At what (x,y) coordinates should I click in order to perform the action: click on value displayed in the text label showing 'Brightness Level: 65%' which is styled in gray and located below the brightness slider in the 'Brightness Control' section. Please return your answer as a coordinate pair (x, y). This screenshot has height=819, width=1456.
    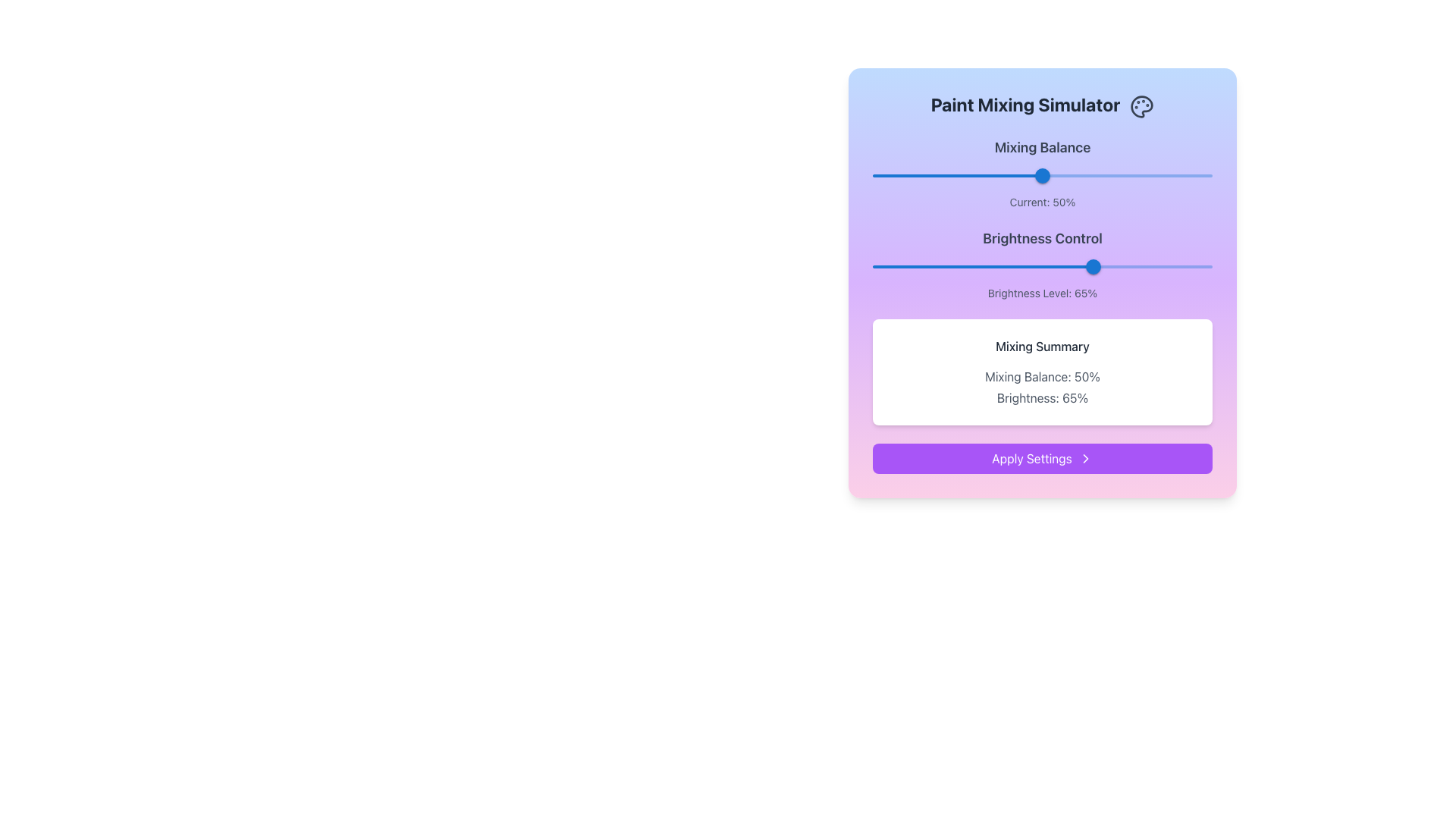
    Looking at the image, I should click on (1041, 292).